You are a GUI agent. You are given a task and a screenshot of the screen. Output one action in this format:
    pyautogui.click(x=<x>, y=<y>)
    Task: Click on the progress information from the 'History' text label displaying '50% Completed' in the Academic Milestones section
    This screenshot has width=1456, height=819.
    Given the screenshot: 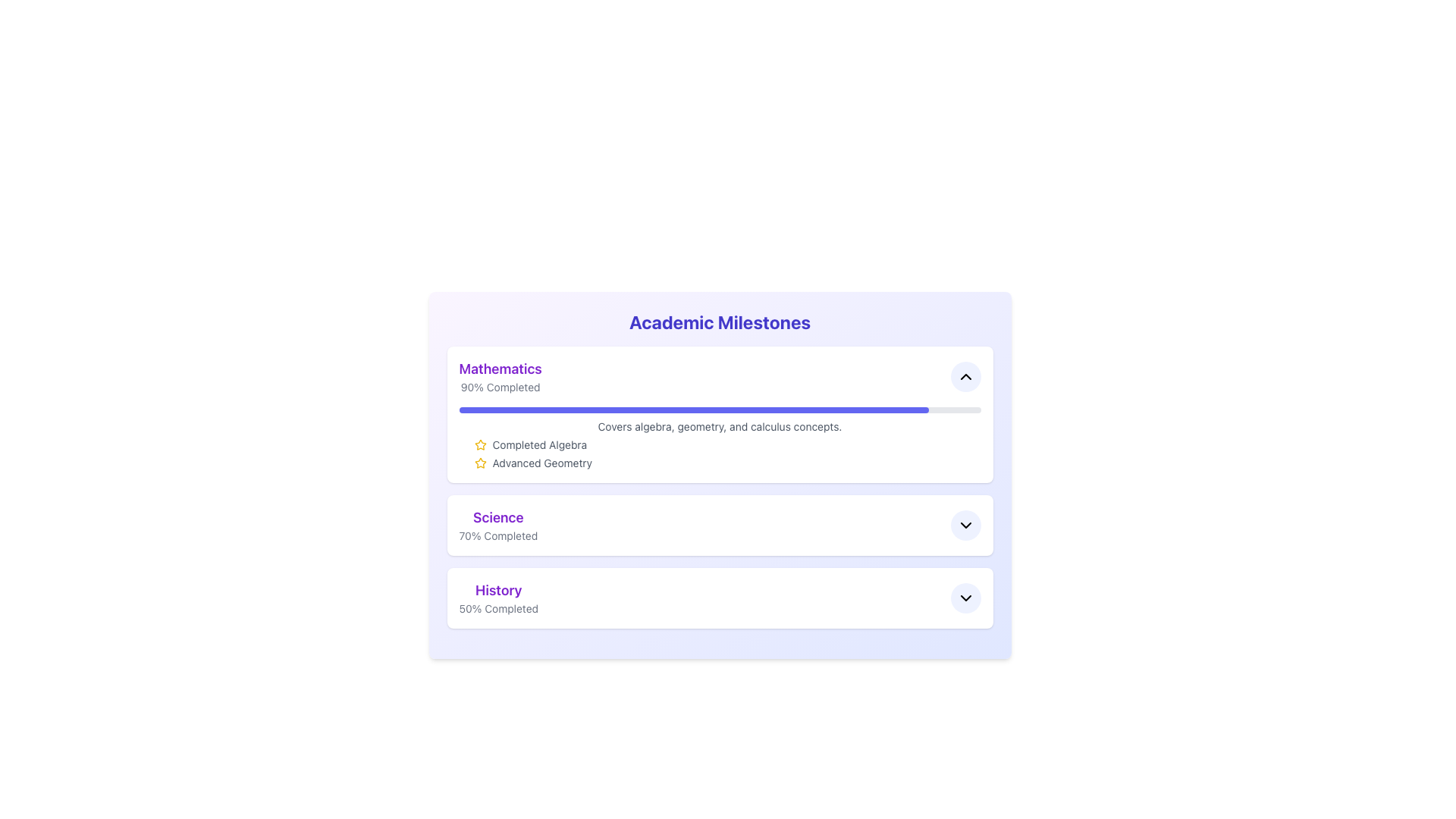 What is the action you would take?
    pyautogui.click(x=498, y=598)
    